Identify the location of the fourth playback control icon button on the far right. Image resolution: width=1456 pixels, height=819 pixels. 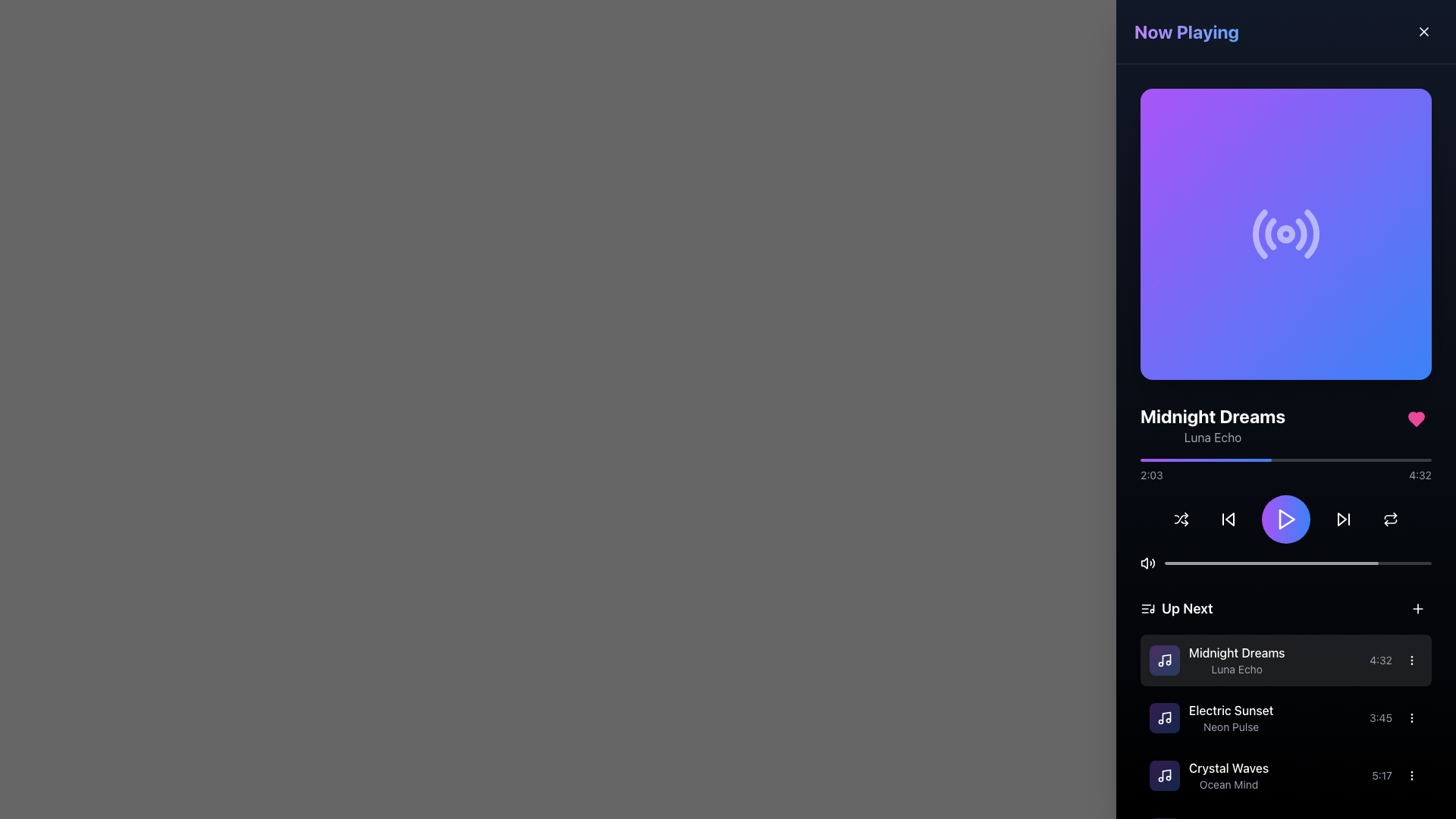
(1390, 519).